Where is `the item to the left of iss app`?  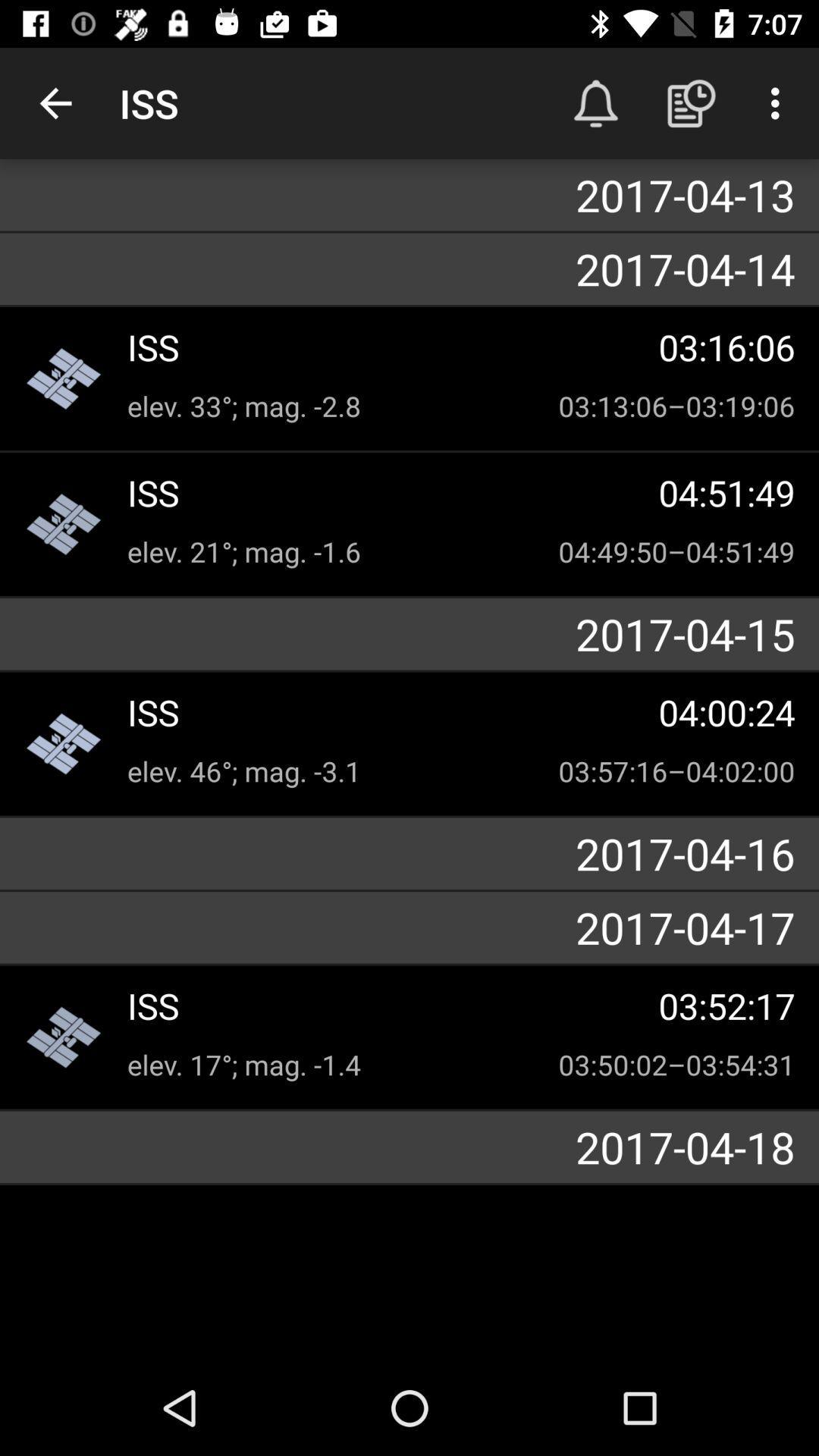
the item to the left of iss app is located at coordinates (55, 102).